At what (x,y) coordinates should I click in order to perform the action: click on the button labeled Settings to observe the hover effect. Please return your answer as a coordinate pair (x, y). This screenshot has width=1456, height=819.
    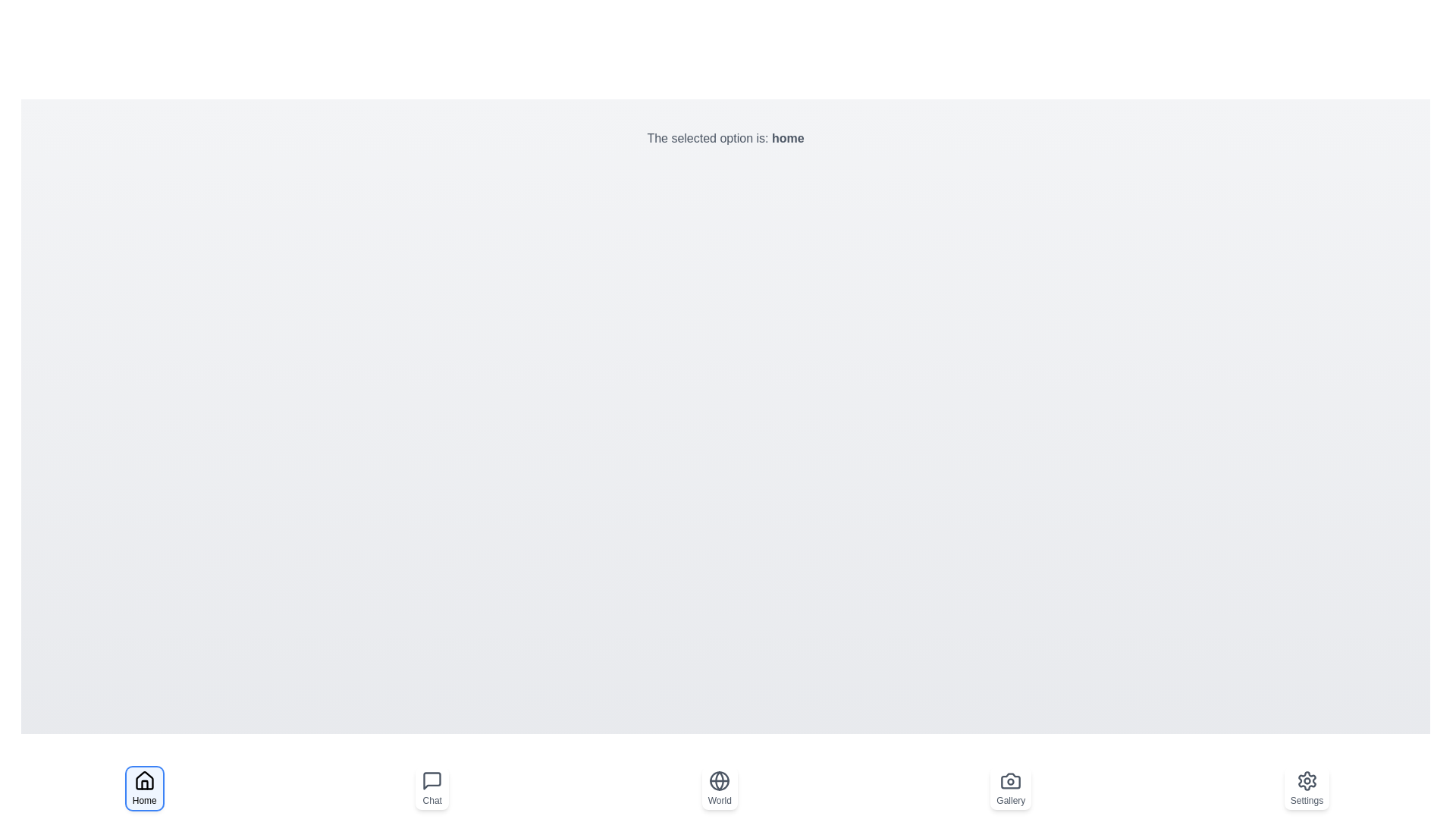
    Looking at the image, I should click on (1306, 788).